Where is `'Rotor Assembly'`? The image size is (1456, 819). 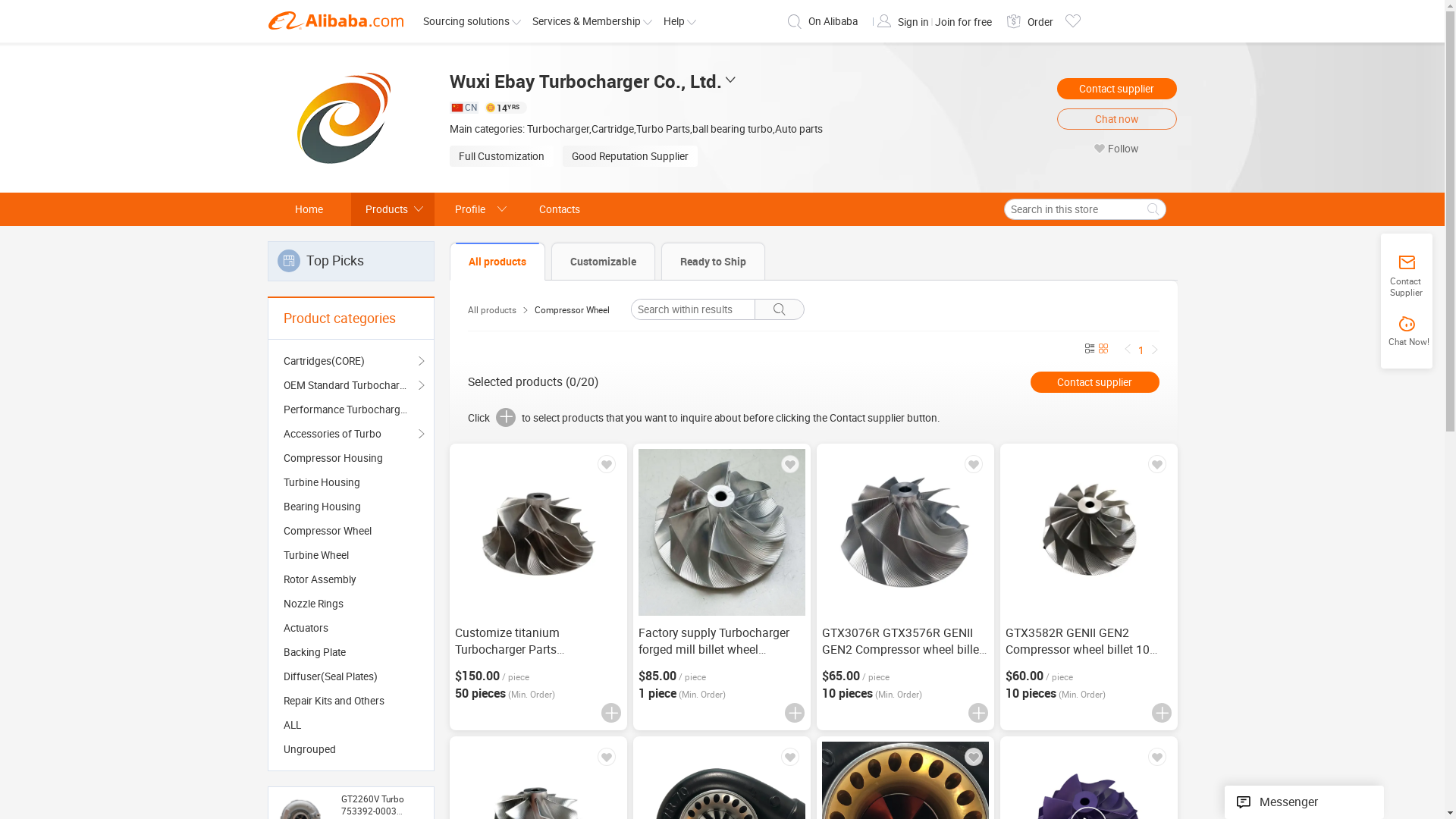
'Rotor Assembly' is located at coordinates (350, 579).